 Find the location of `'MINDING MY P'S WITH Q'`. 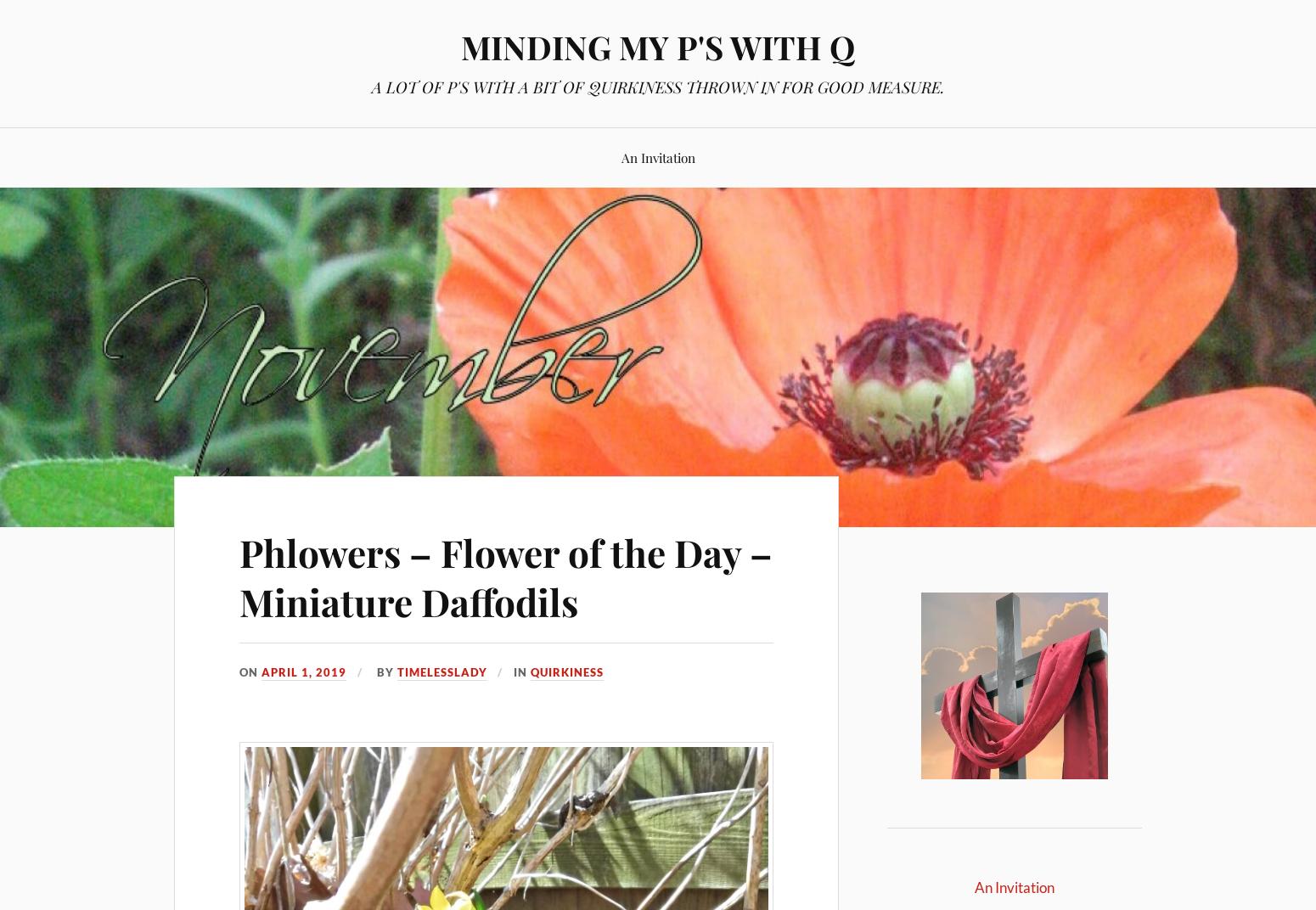

'MINDING MY P'S WITH Q' is located at coordinates (658, 46).